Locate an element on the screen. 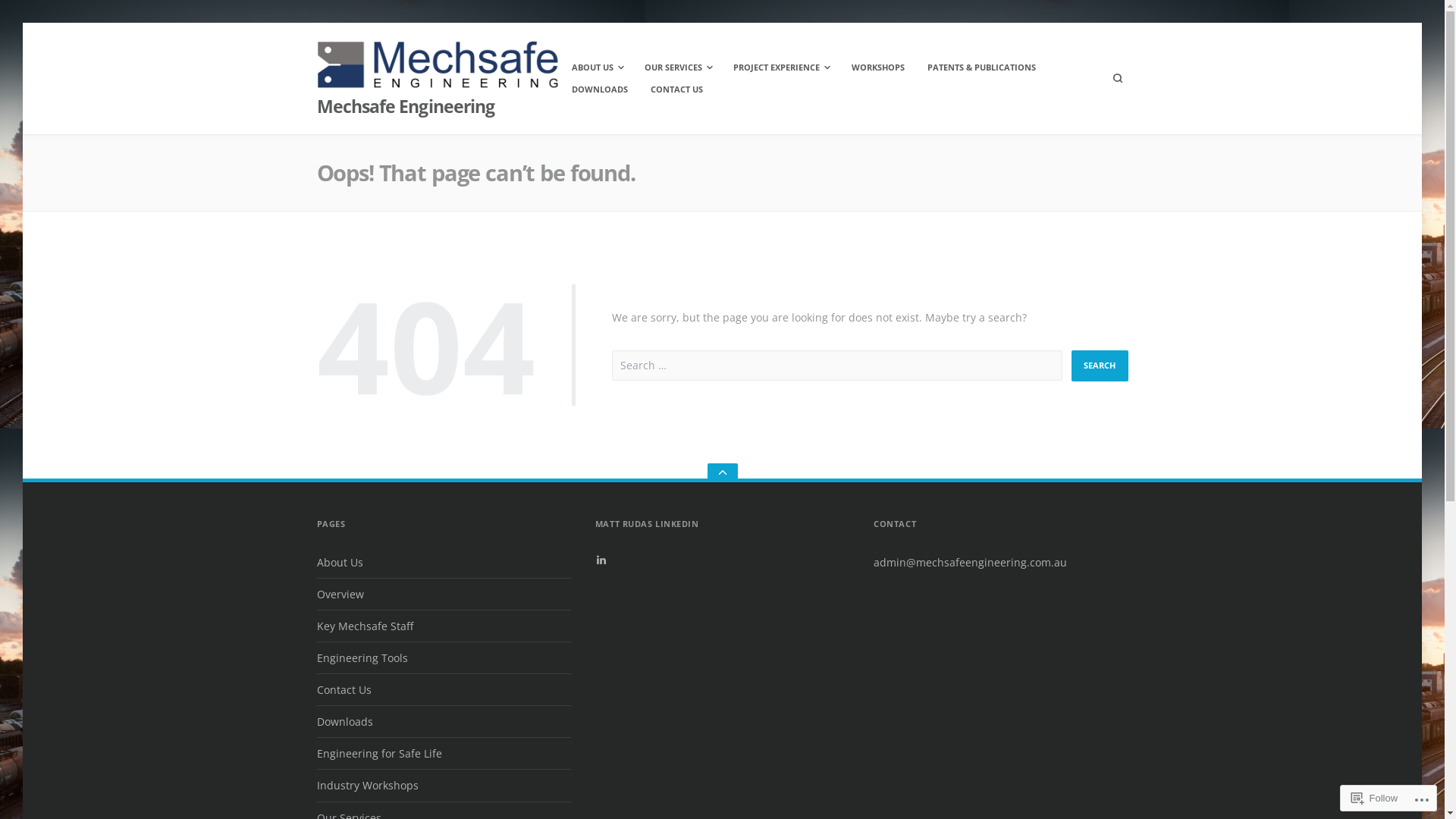 This screenshot has height=819, width=1456. 'Downloads' is located at coordinates (344, 720).